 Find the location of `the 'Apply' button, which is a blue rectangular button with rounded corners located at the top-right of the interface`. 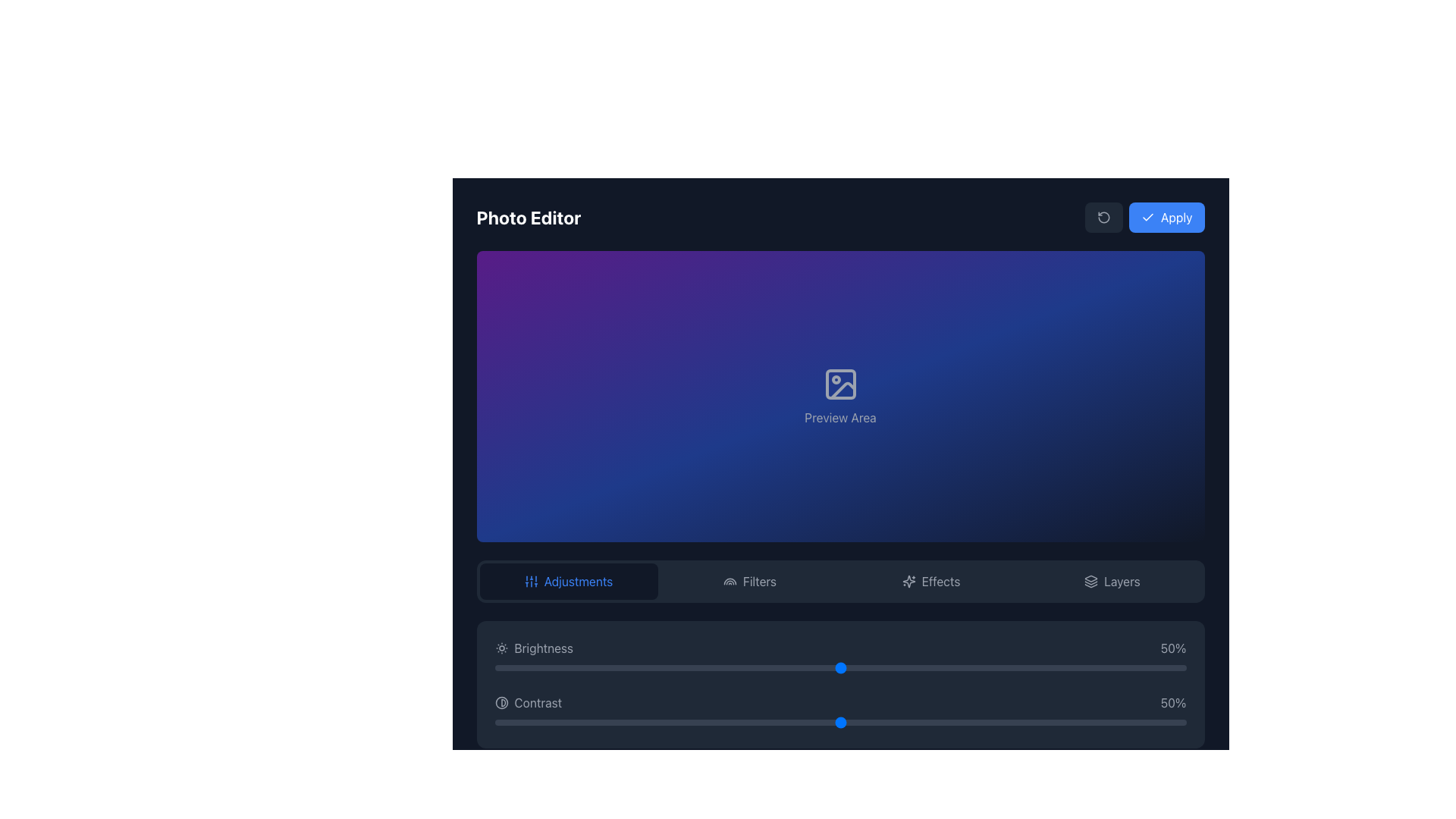

the 'Apply' button, which is a blue rectangular button with rounded corners located at the top-right of the interface is located at coordinates (1166, 217).